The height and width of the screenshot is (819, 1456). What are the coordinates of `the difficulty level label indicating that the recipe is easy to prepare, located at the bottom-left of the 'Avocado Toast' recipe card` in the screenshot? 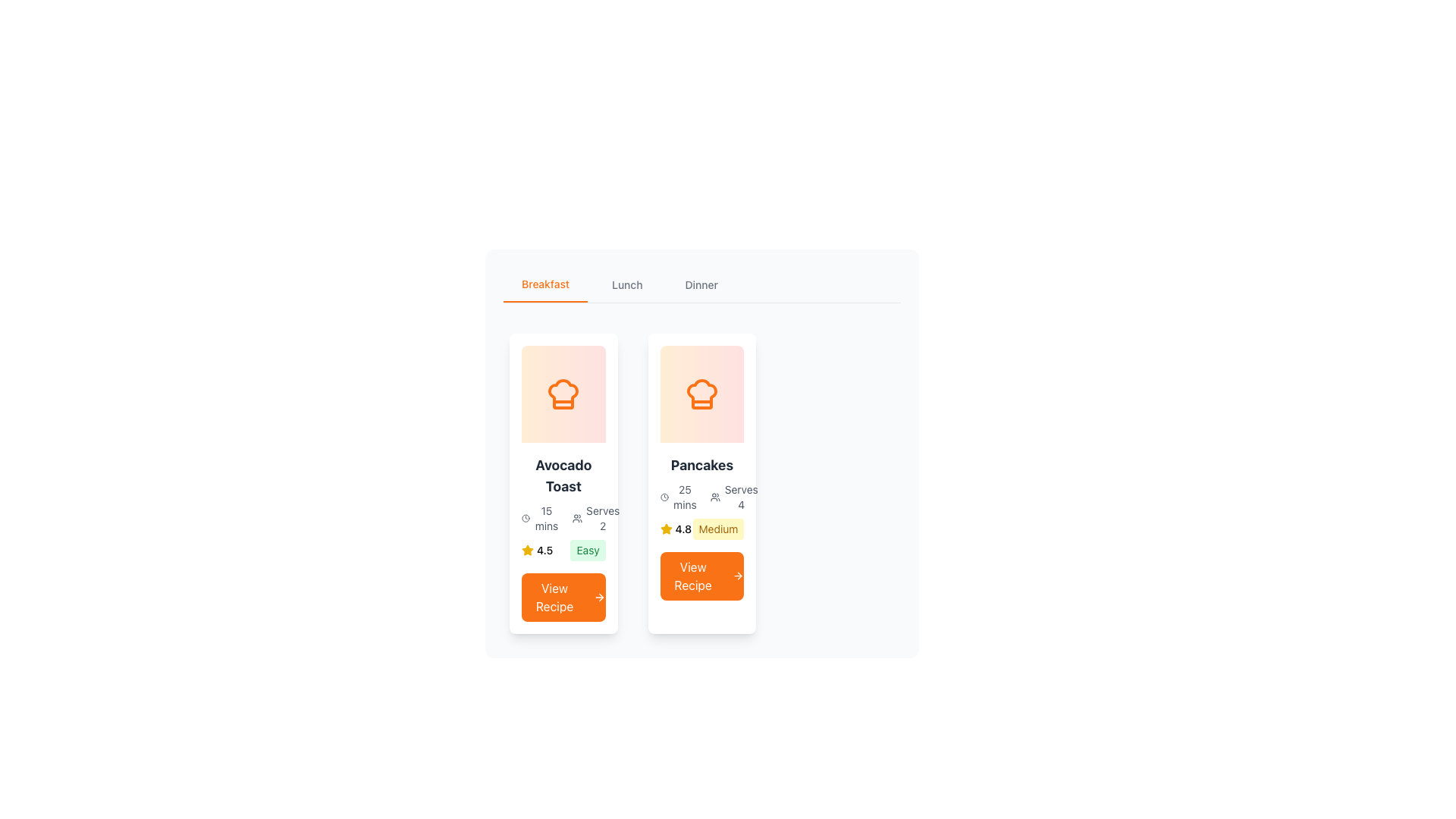 It's located at (587, 550).